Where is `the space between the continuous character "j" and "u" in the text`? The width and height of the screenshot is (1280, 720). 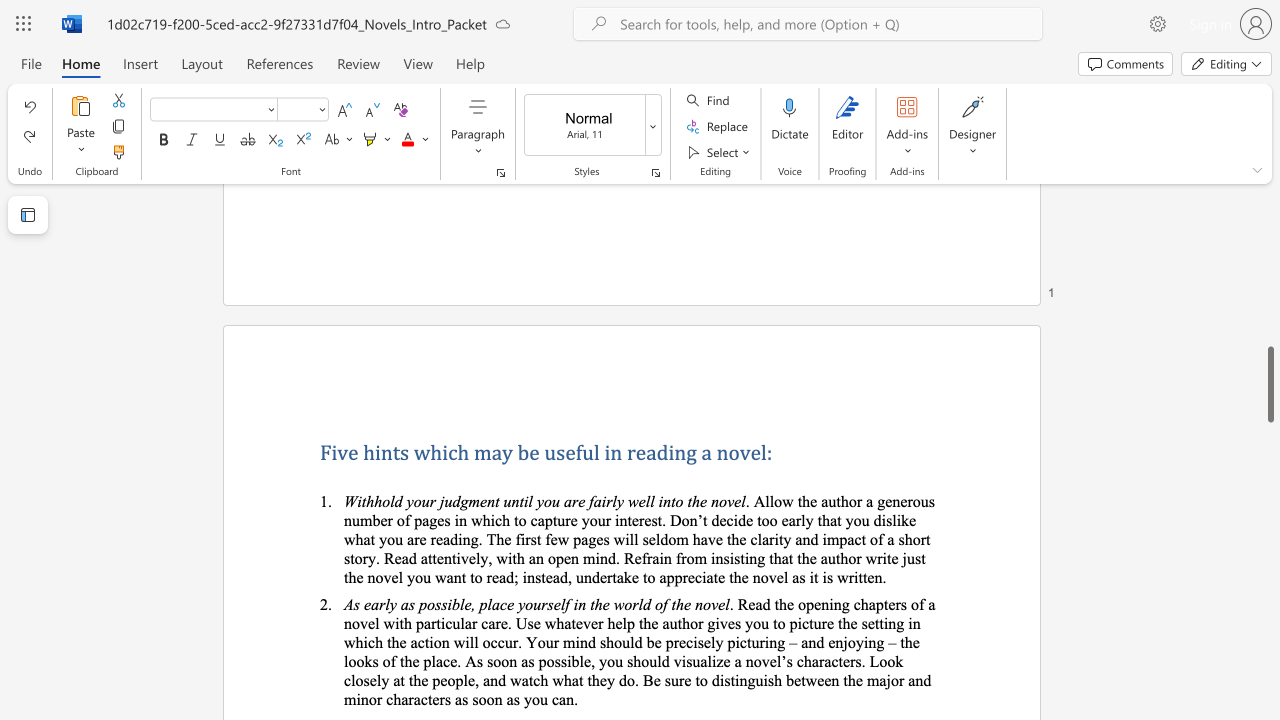 the space between the continuous character "j" and "u" in the text is located at coordinates (444, 500).